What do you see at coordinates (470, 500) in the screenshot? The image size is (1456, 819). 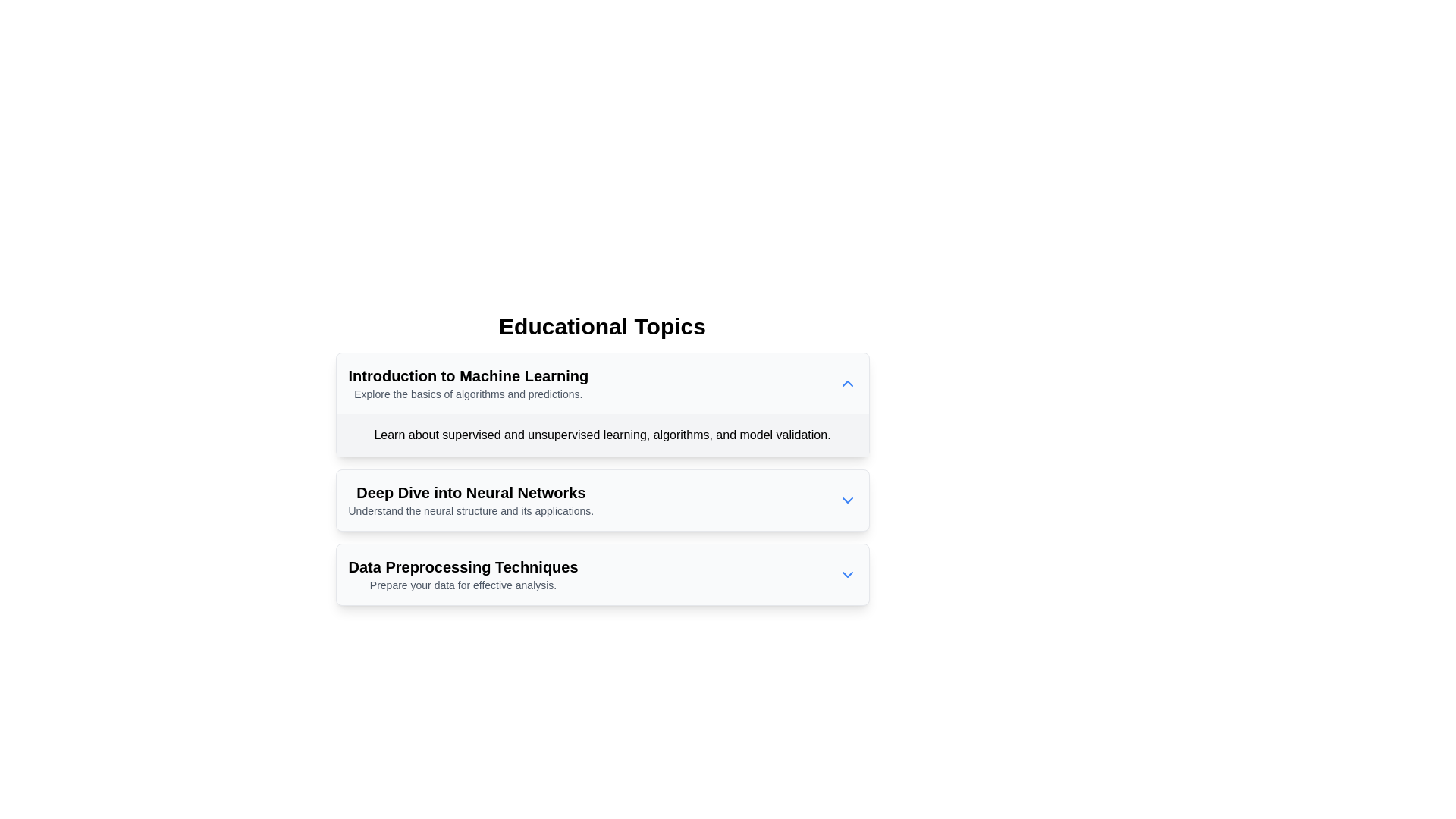 I see `the title 'Deep Dive into Neural Networks' in the text block` at bounding box center [470, 500].